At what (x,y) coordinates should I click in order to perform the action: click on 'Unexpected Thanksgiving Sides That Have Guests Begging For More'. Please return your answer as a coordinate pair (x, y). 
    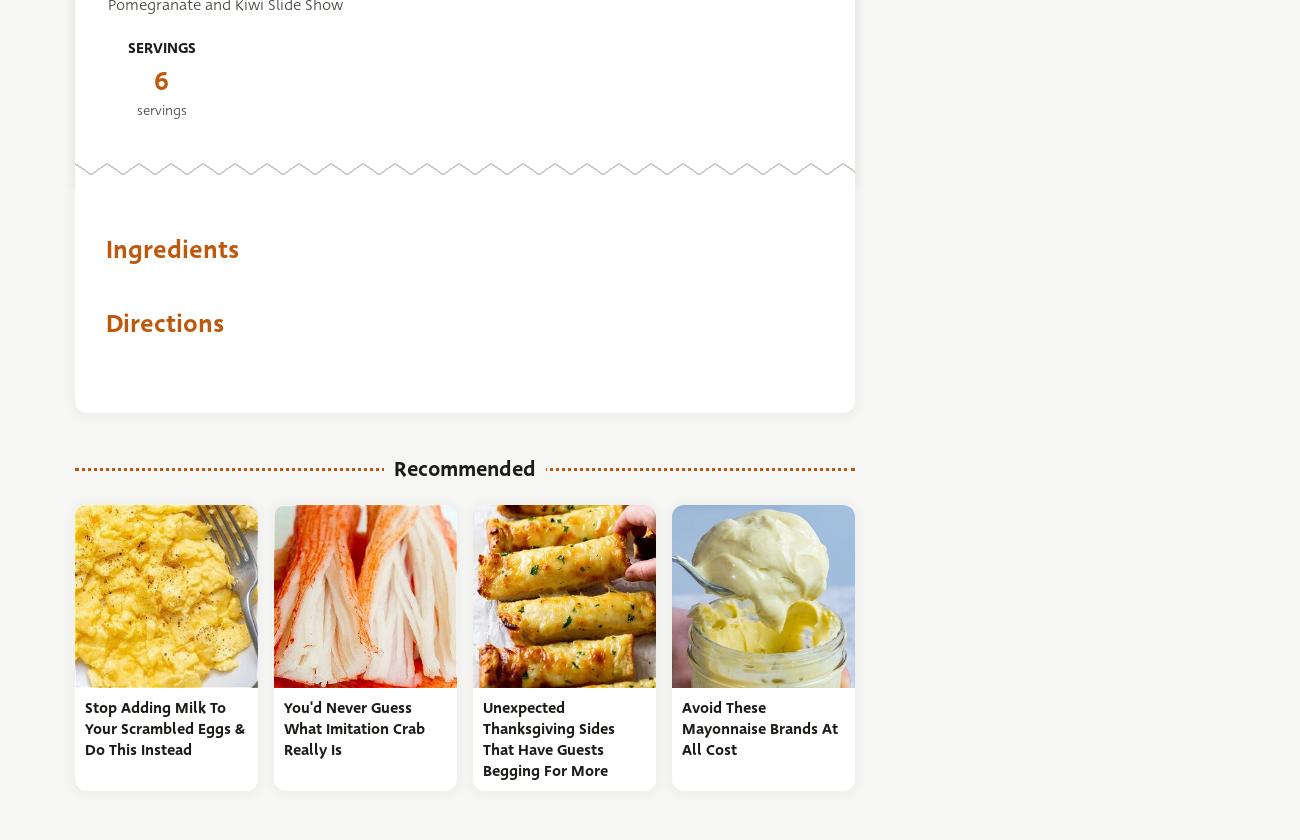
    Looking at the image, I should click on (546, 739).